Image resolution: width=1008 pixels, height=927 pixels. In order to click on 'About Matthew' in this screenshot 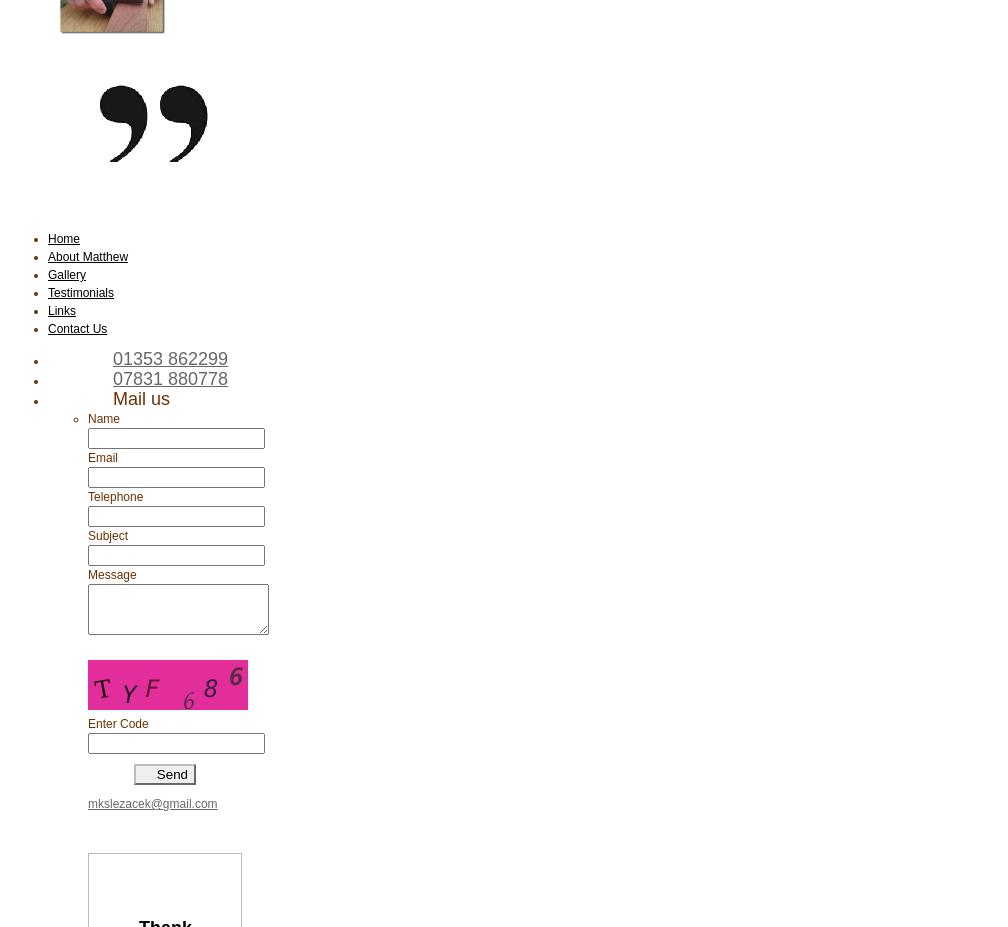, I will do `click(47, 256)`.